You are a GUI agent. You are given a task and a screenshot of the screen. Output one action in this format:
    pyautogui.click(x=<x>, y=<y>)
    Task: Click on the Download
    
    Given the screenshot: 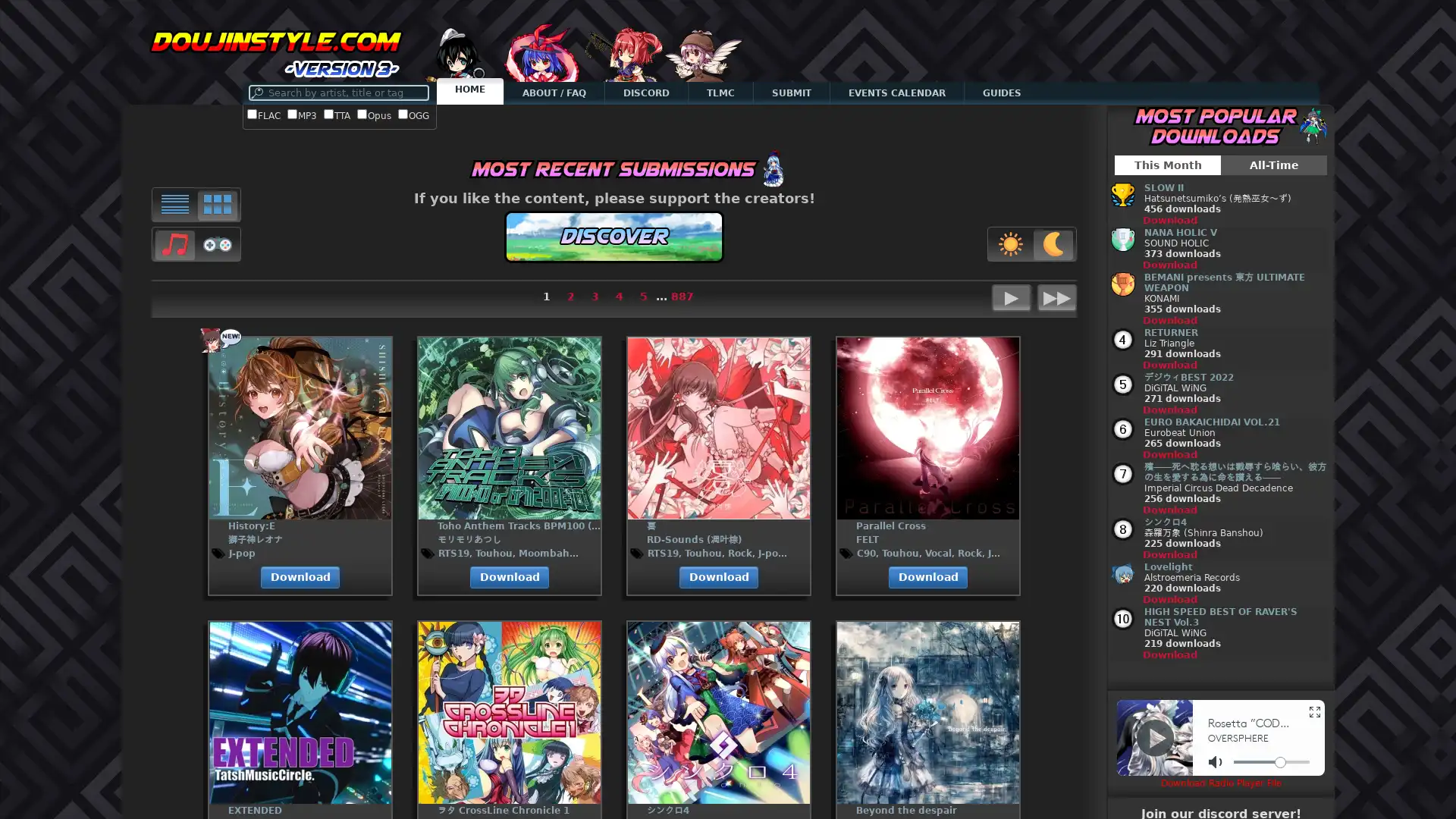 What is the action you would take?
    pyautogui.click(x=300, y=576)
    